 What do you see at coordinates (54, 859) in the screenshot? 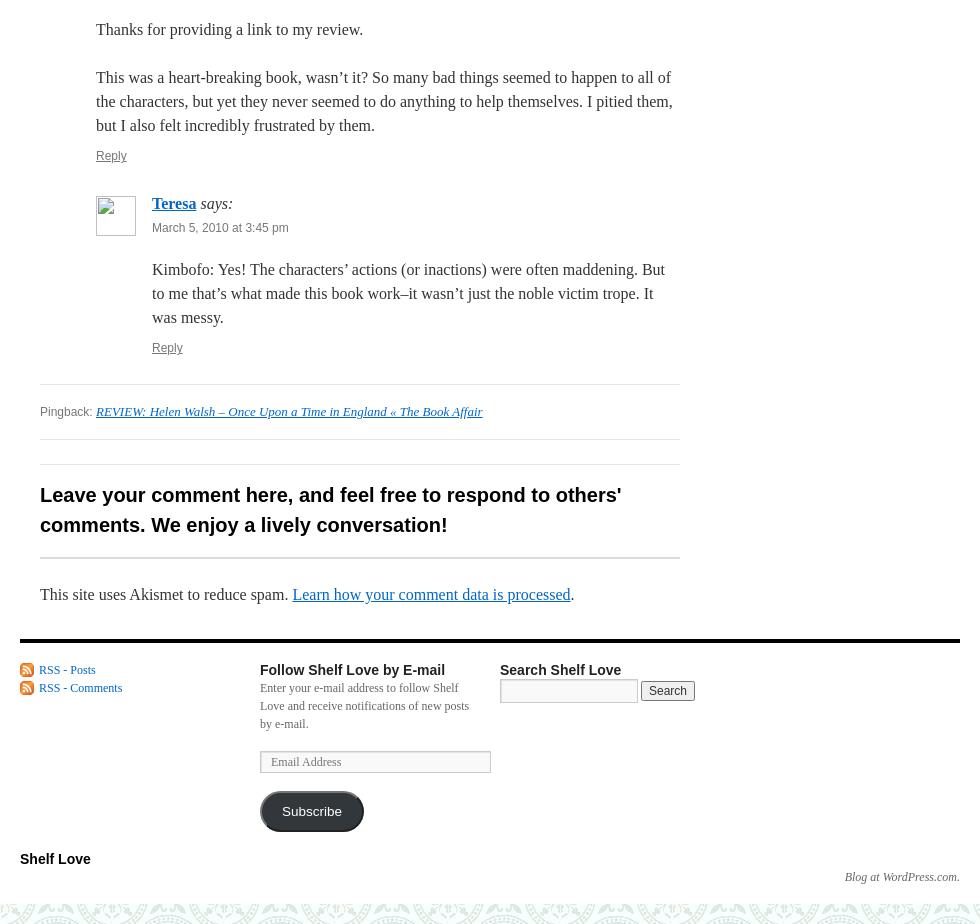
I see `'Shelf Love'` at bounding box center [54, 859].